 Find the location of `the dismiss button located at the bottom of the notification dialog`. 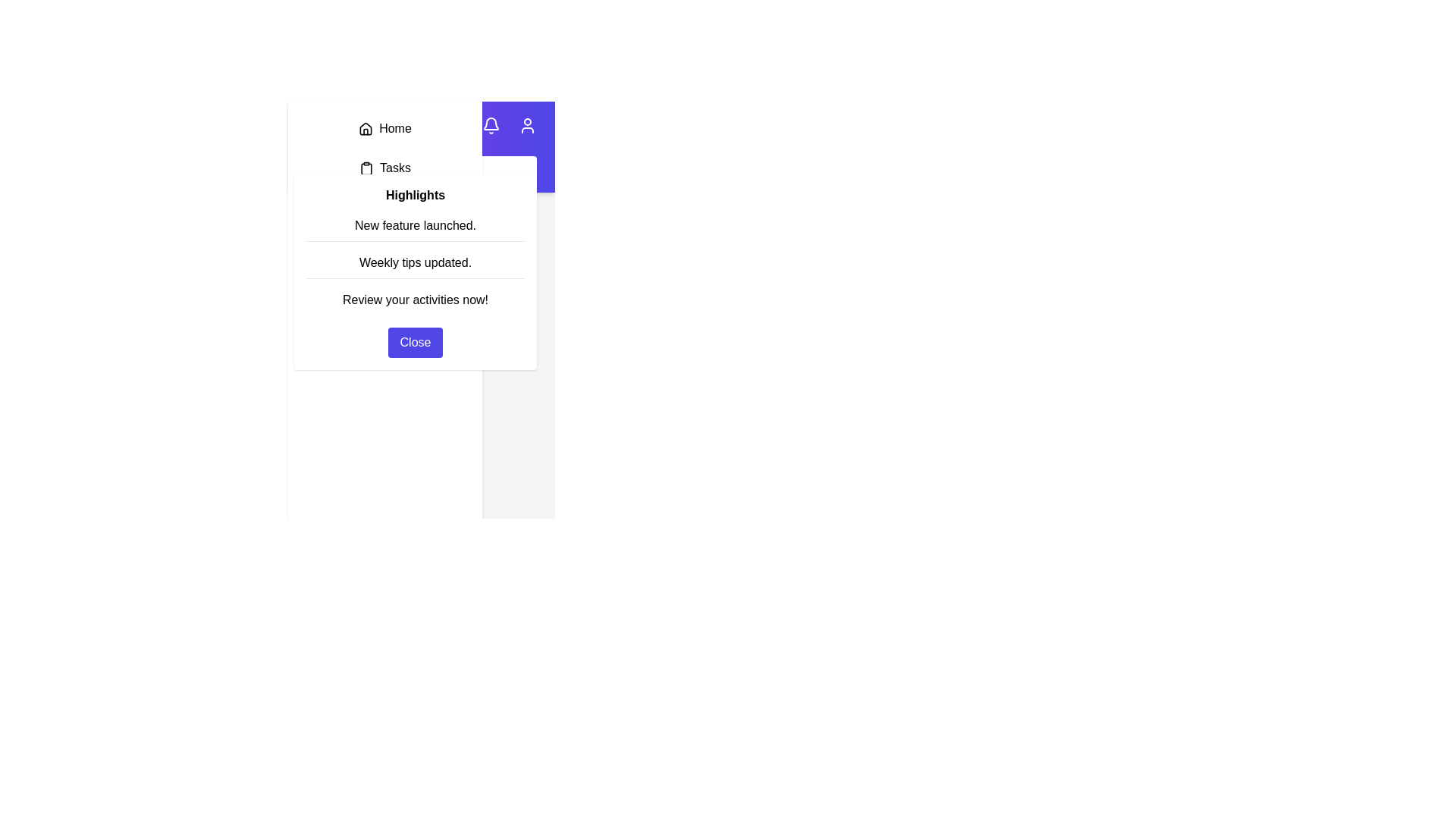

the dismiss button located at the bottom of the notification dialog is located at coordinates (415, 342).